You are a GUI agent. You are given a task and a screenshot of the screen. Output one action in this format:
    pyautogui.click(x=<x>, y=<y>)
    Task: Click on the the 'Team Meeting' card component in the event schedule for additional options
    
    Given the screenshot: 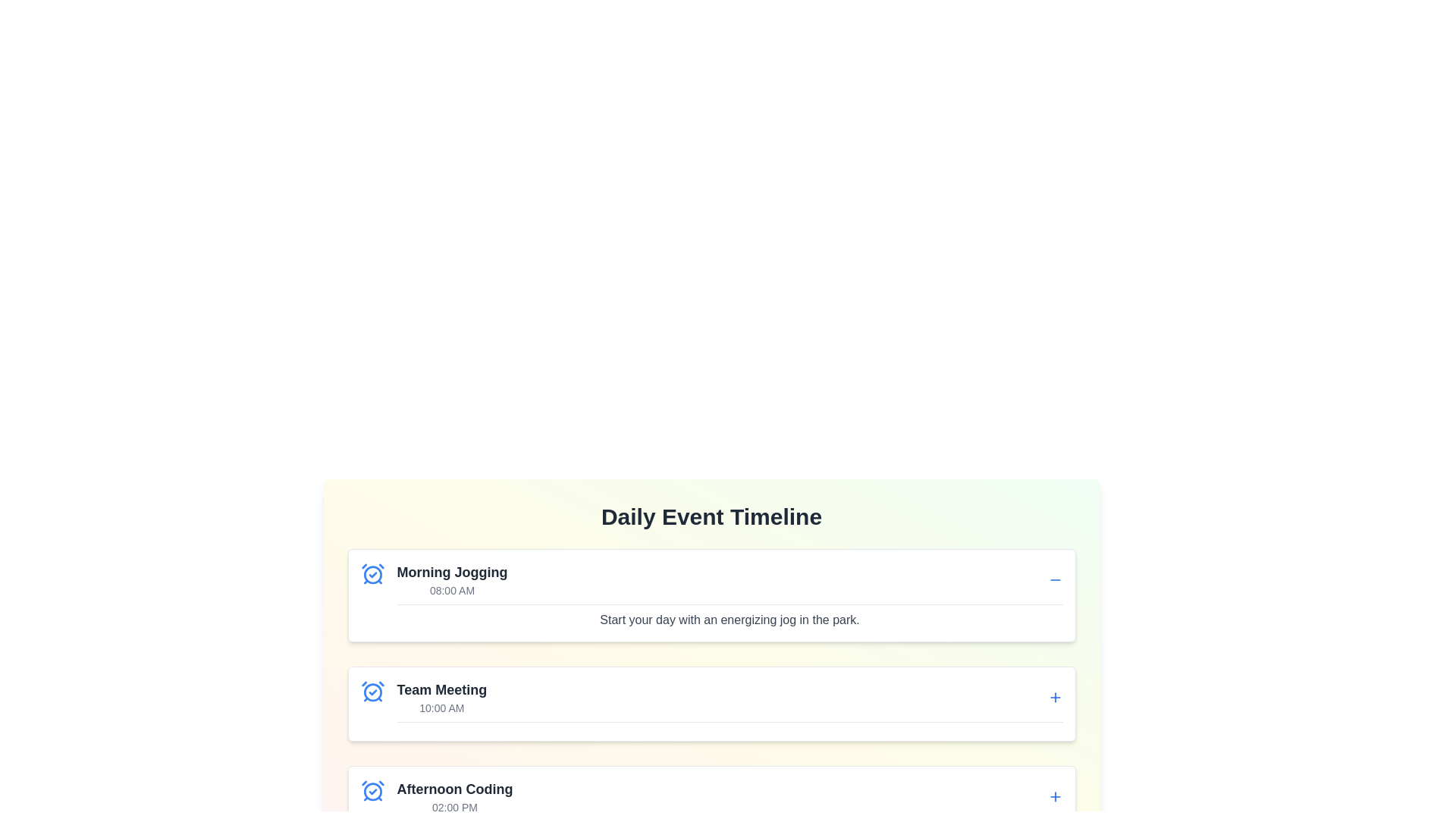 What is the action you would take?
    pyautogui.click(x=711, y=704)
    